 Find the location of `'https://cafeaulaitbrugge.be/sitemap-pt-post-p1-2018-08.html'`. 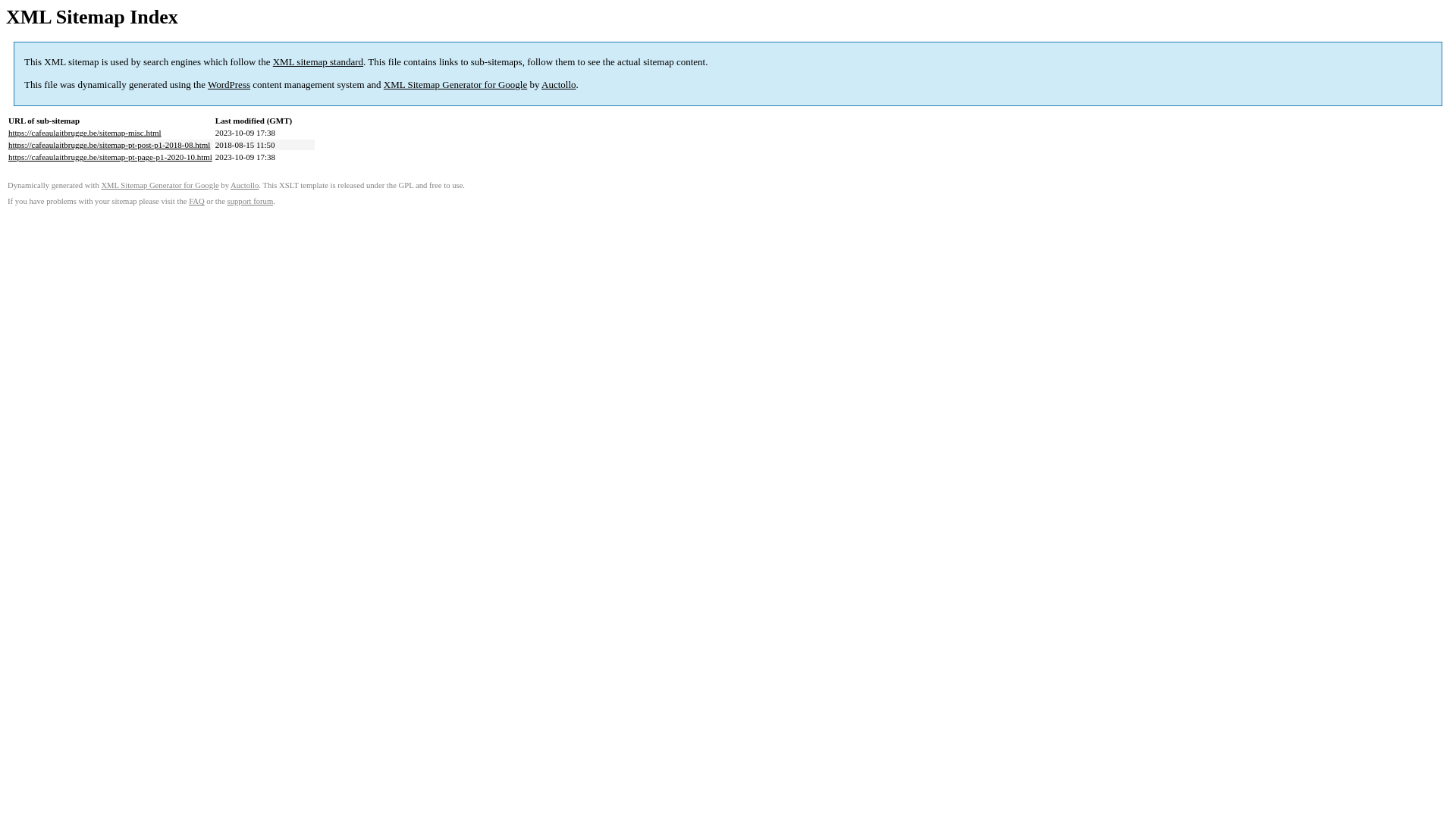

'https://cafeaulaitbrugge.be/sitemap-pt-post-p1-2018-08.html' is located at coordinates (108, 145).